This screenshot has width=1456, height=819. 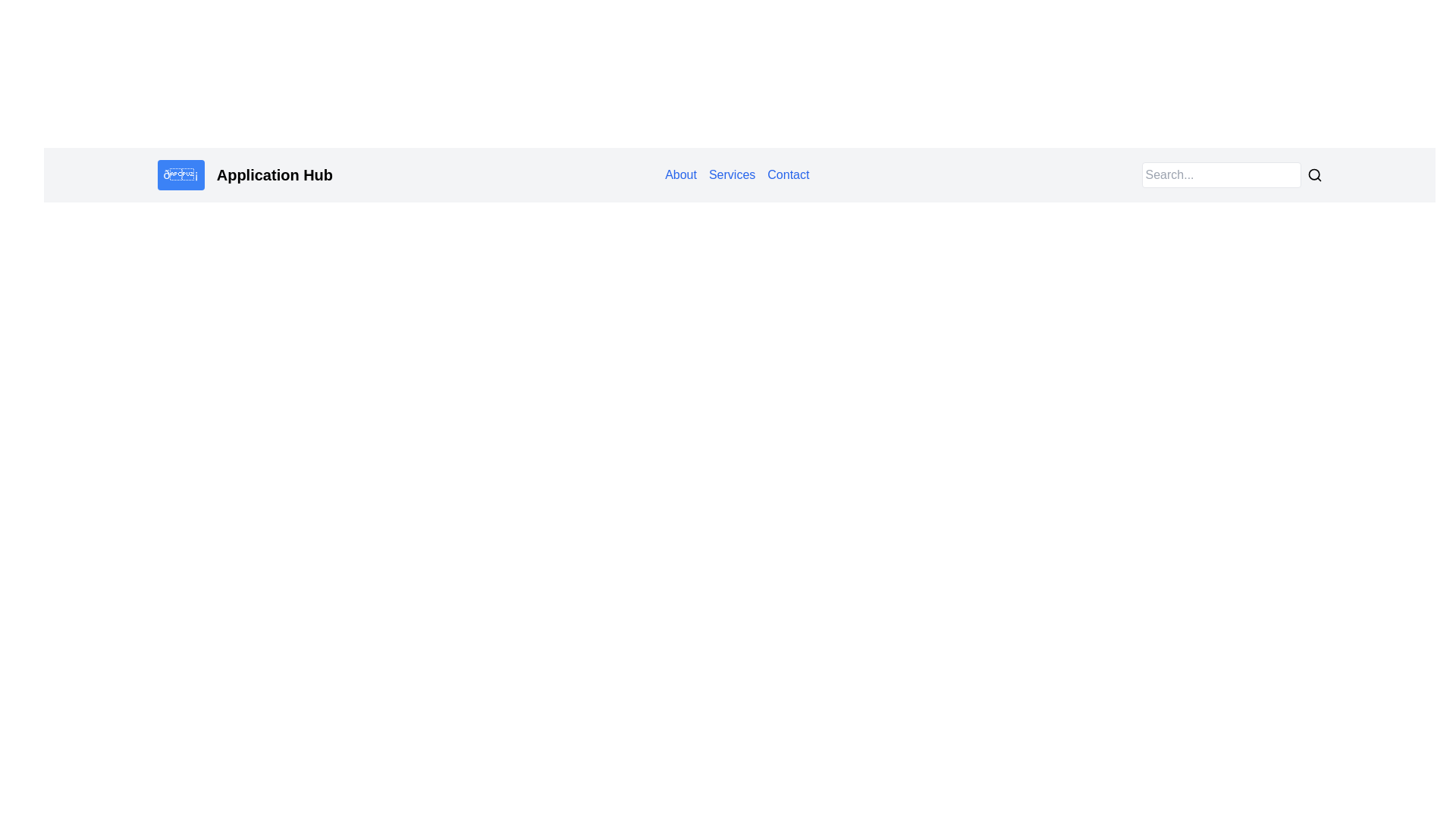 I want to click on the hyperlink in the horizontal navigation menu that provides information about services, located centrally in the header, as the second item after 'About' and before 'Contact', so click(x=732, y=174).